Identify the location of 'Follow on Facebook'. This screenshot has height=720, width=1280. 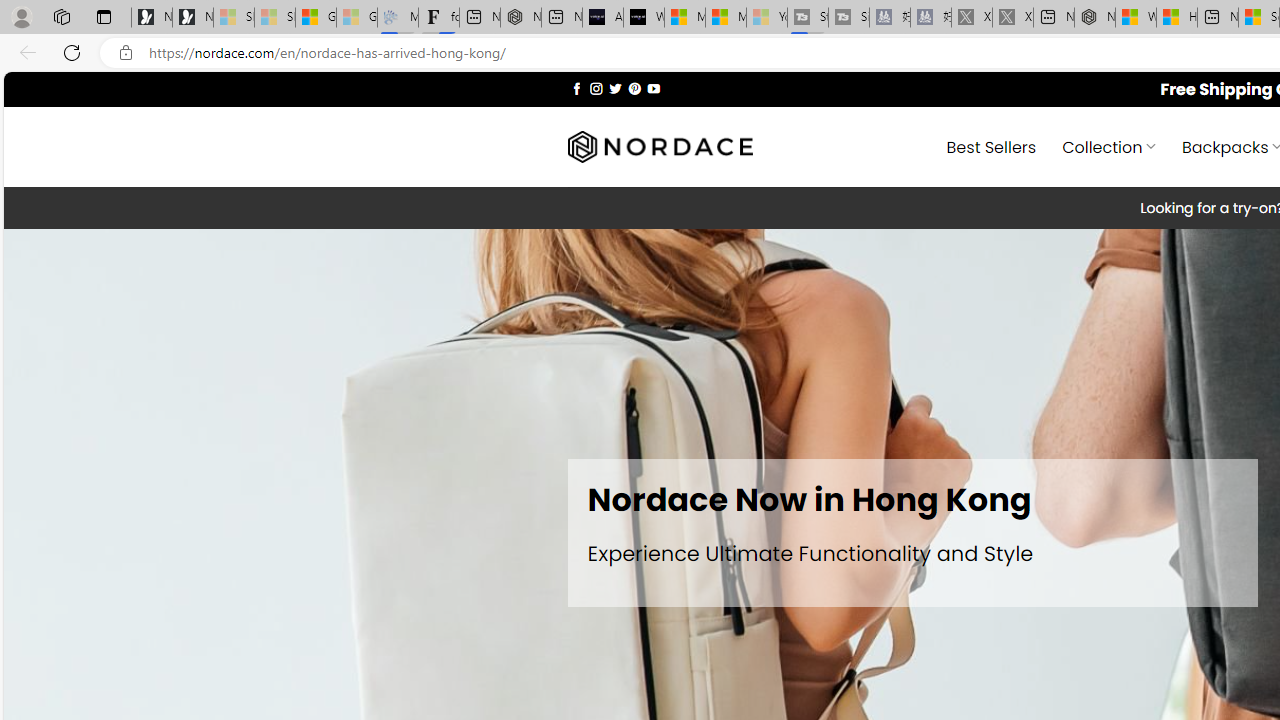
(576, 87).